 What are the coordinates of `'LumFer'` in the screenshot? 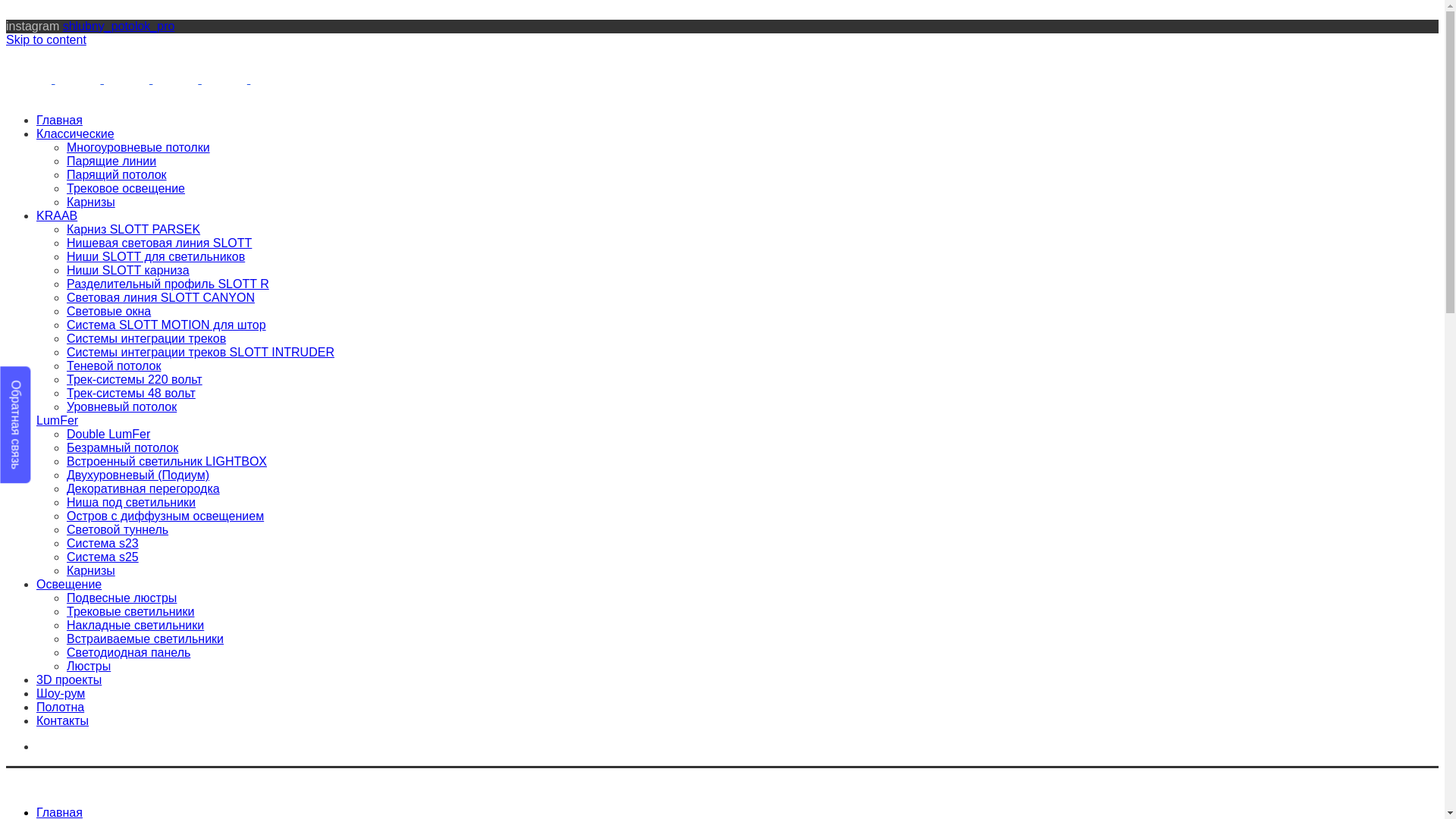 It's located at (57, 420).